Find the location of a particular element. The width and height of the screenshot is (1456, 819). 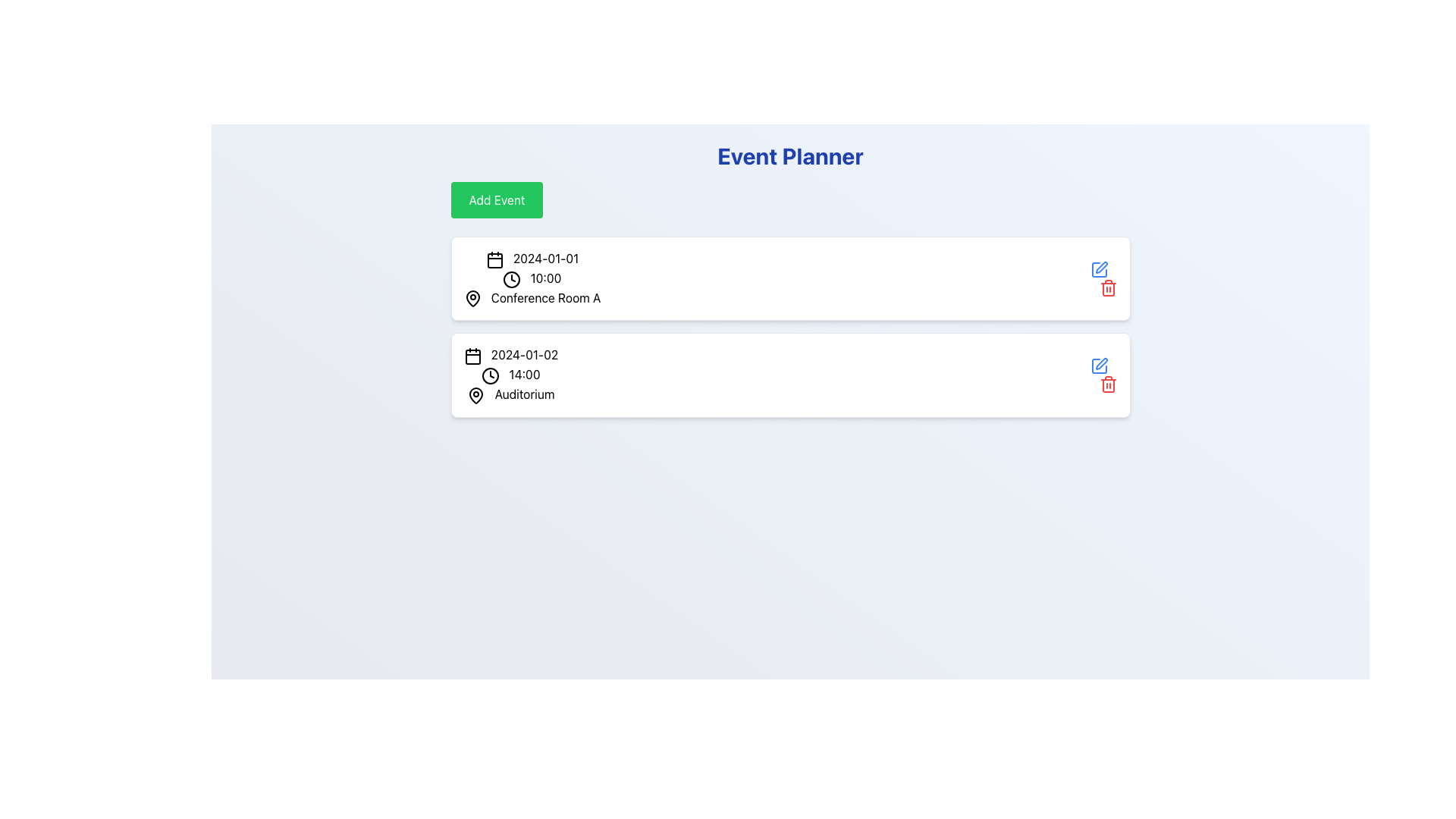

the Text element located at the top center of the interface, which serves as the title or heading for the page, positioned above the 'Add Event' button is located at coordinates (789, 155).